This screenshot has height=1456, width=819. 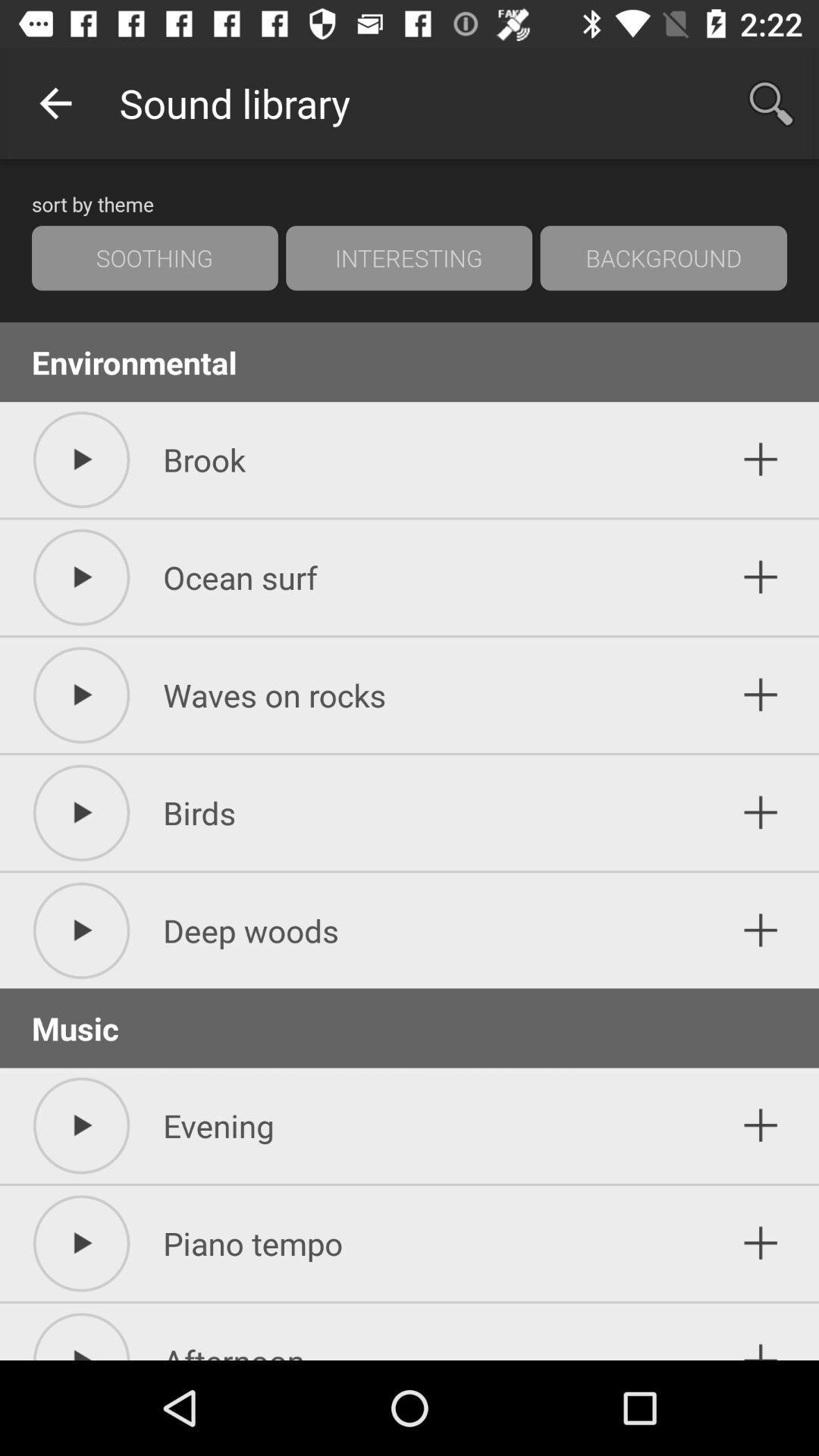 I want to click on music, so click(x=761, y=930).